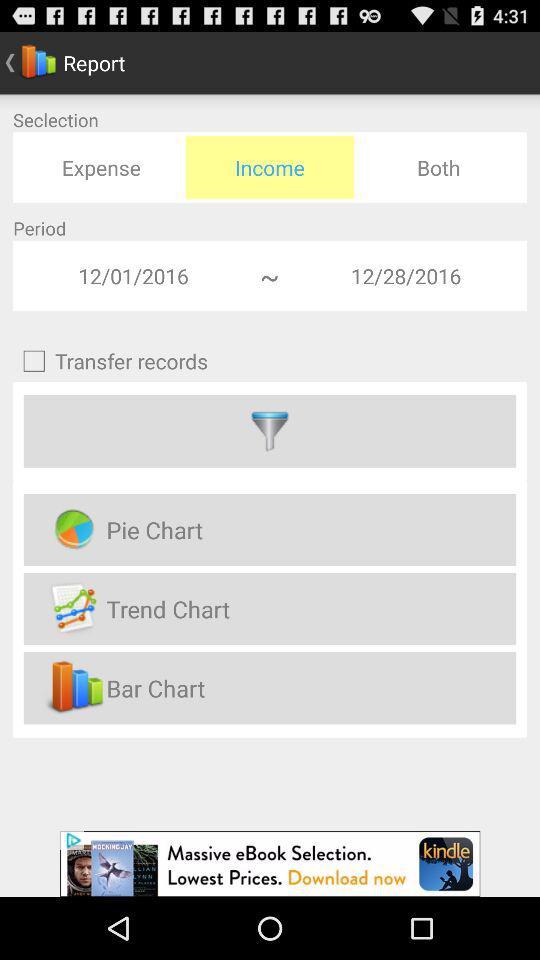 Image resolution: width=540 pixels, height=960 pixels. What do you see at coordinates (270, 431) in the screenshot?
I see `filter option` at bounding box center [270, 431].